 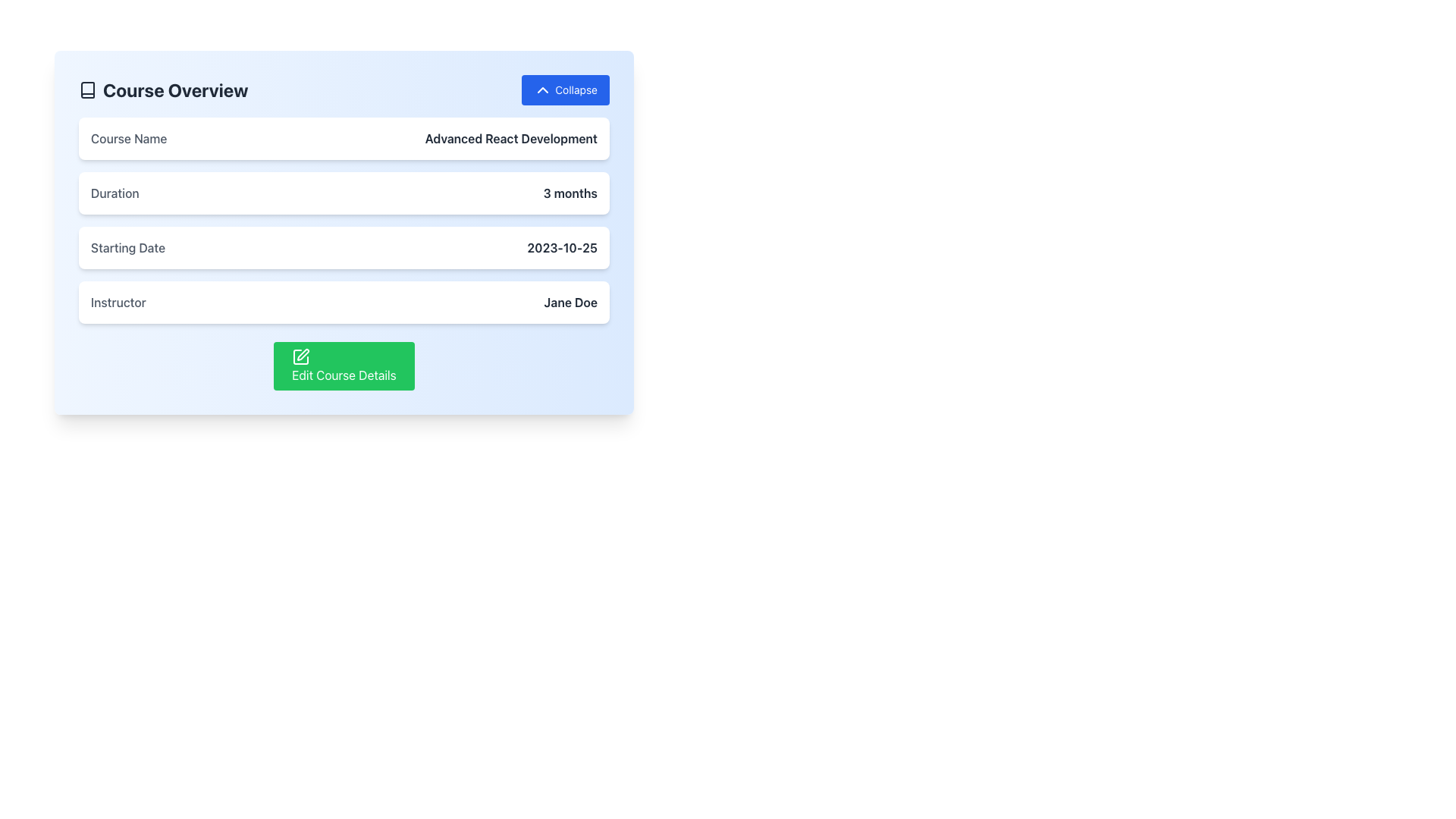 I want to click on the icon located inside the blue 'Collapse' button, so click(x=543, y=90).